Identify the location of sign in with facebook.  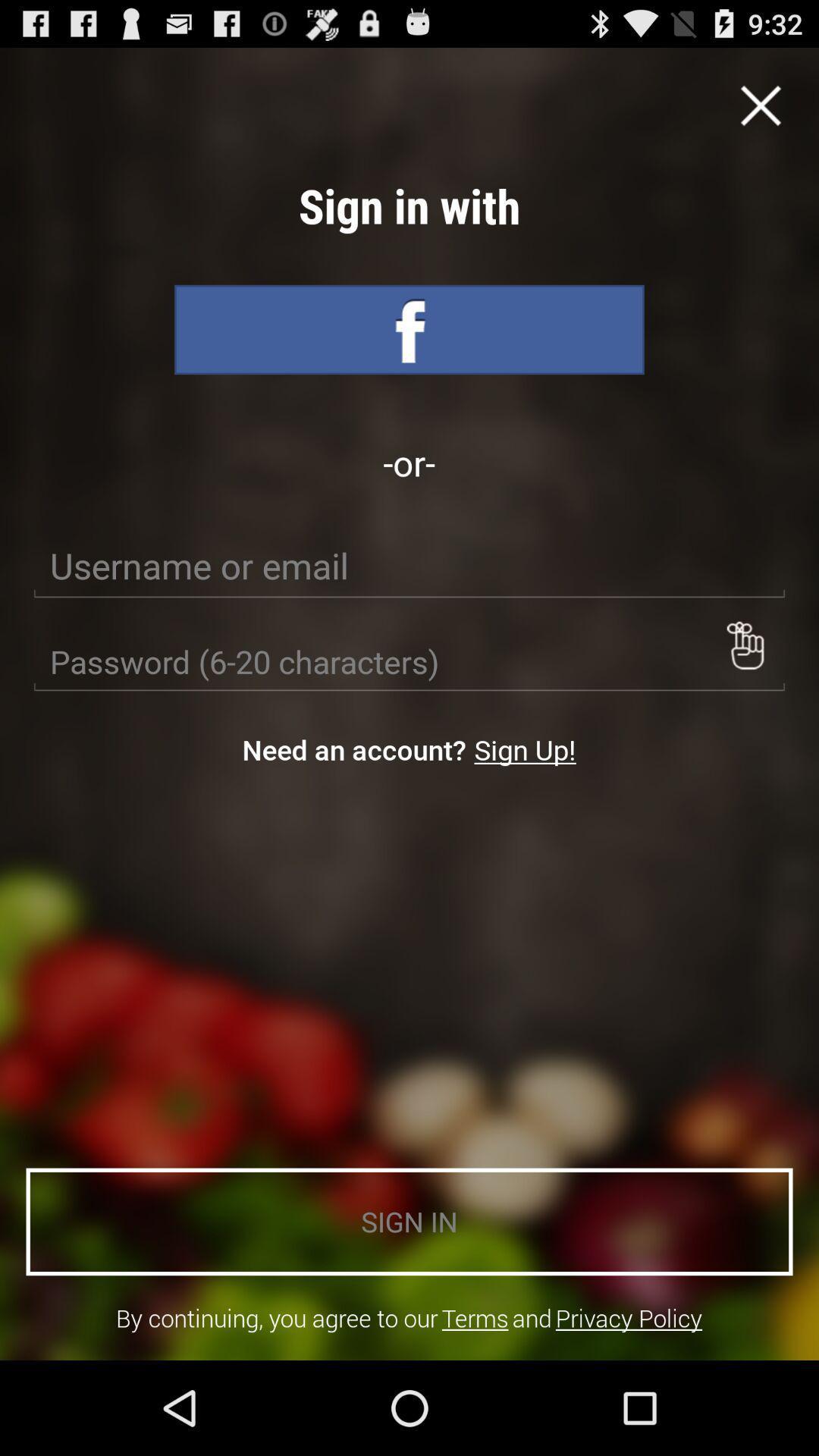
(409, 329).